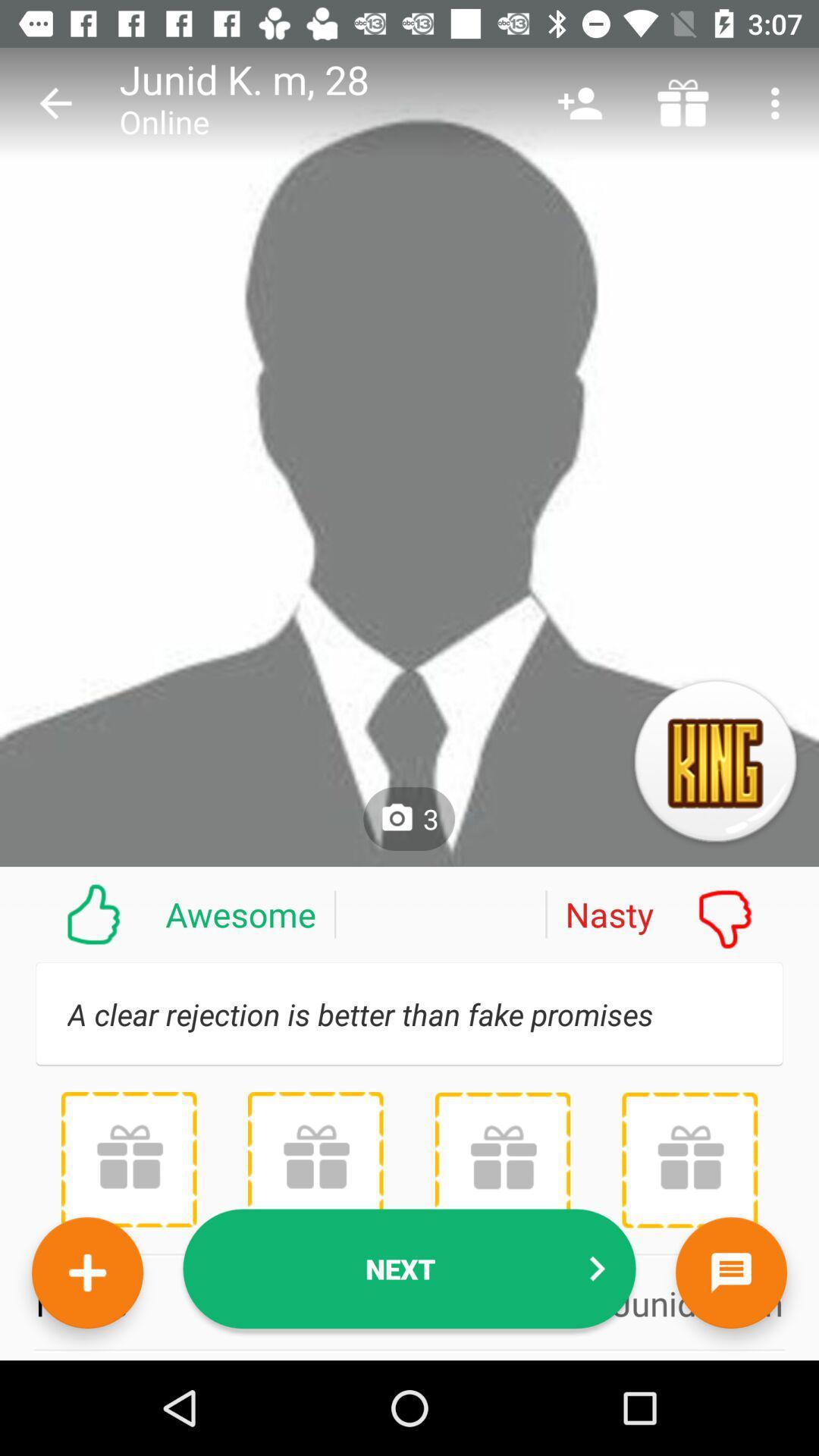 Image resolution: width=819 pixels, height=1456 pixels. I want to click on the item above awesome item, so click(55, 102).